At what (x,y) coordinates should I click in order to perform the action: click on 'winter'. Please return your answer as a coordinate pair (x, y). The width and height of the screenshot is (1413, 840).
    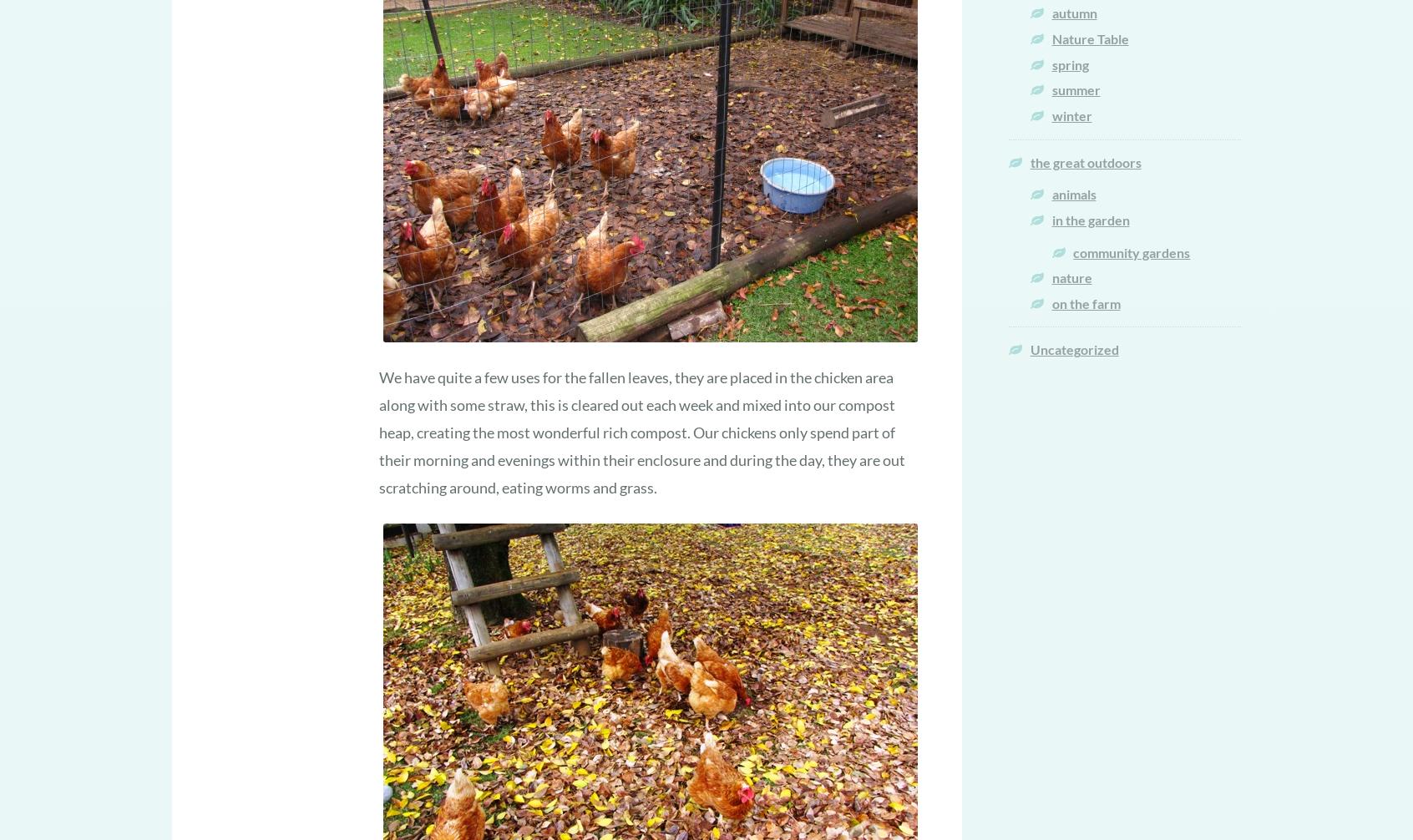
    Looking at the image, I should click on (1071, 114).